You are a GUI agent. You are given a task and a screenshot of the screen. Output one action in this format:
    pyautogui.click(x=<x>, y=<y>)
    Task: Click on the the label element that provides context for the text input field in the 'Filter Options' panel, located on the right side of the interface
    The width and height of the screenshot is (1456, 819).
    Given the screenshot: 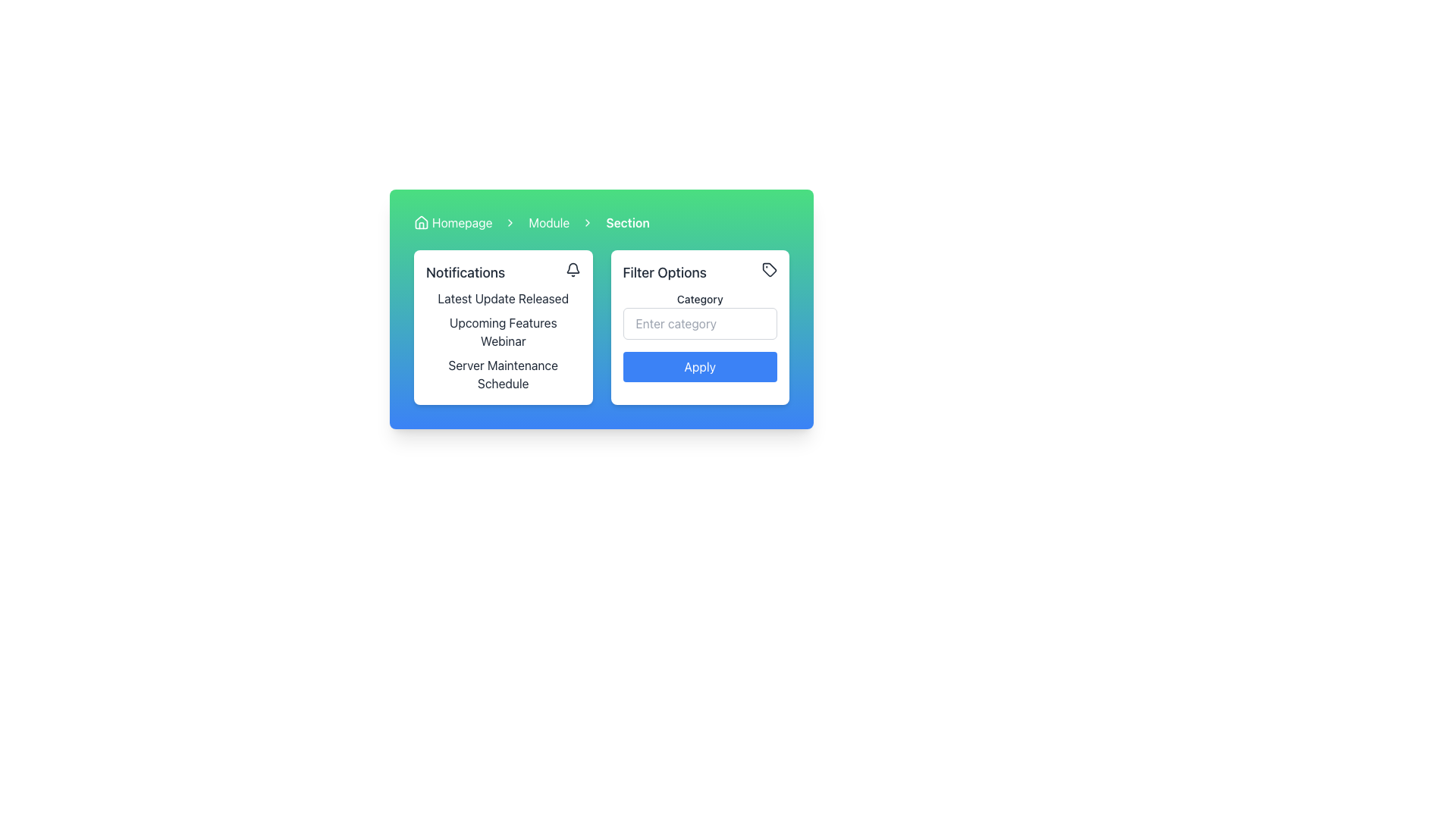 What is the action you would take?
    pyautogui.click(x=699, y=299)
    